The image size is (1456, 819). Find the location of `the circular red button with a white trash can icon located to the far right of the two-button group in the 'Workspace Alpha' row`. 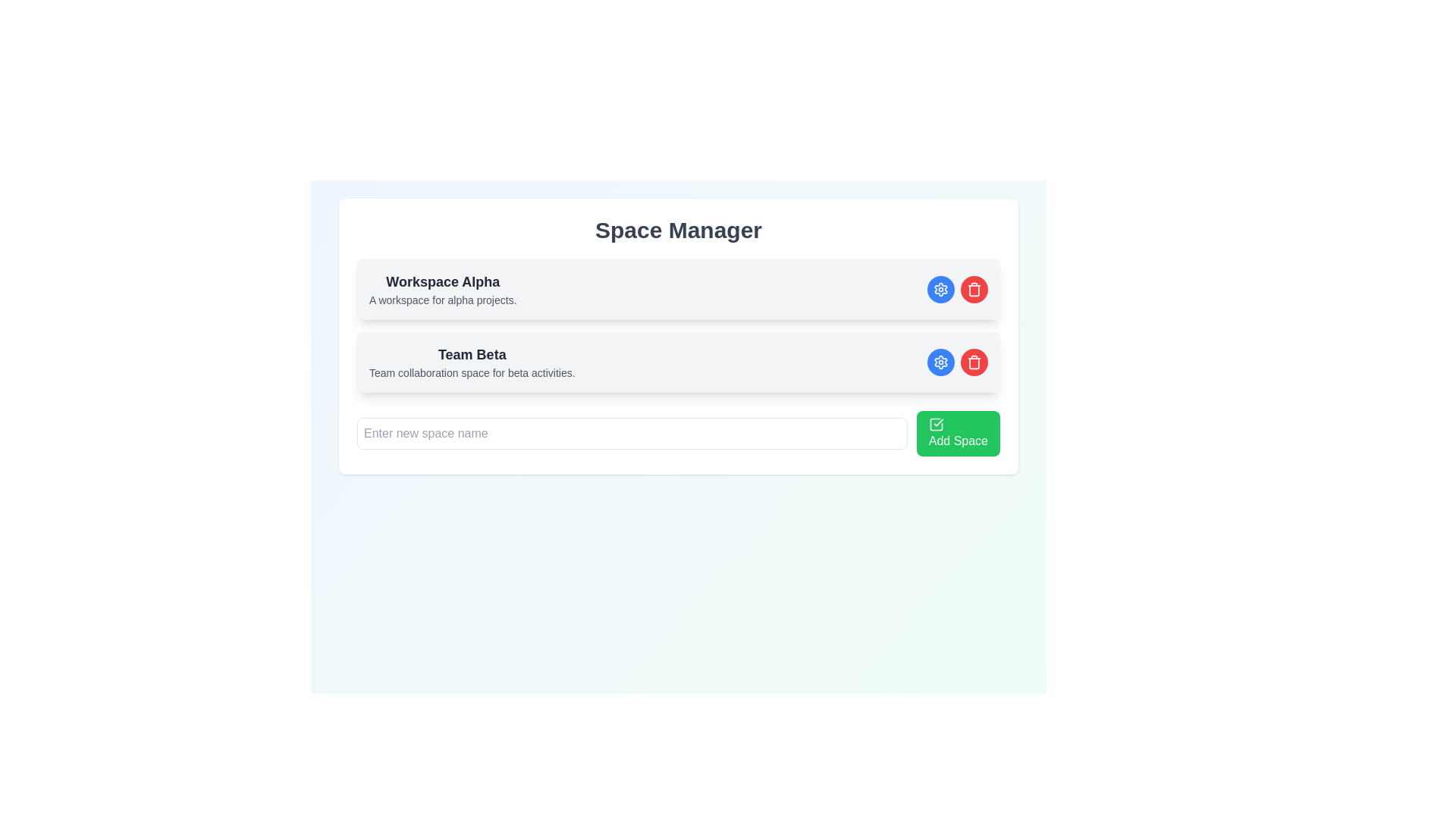

the circular red button with a white trash can icon located to the far right of the two-button group in the 'Workspace Alpha' row is located at coordinates (974, 289).